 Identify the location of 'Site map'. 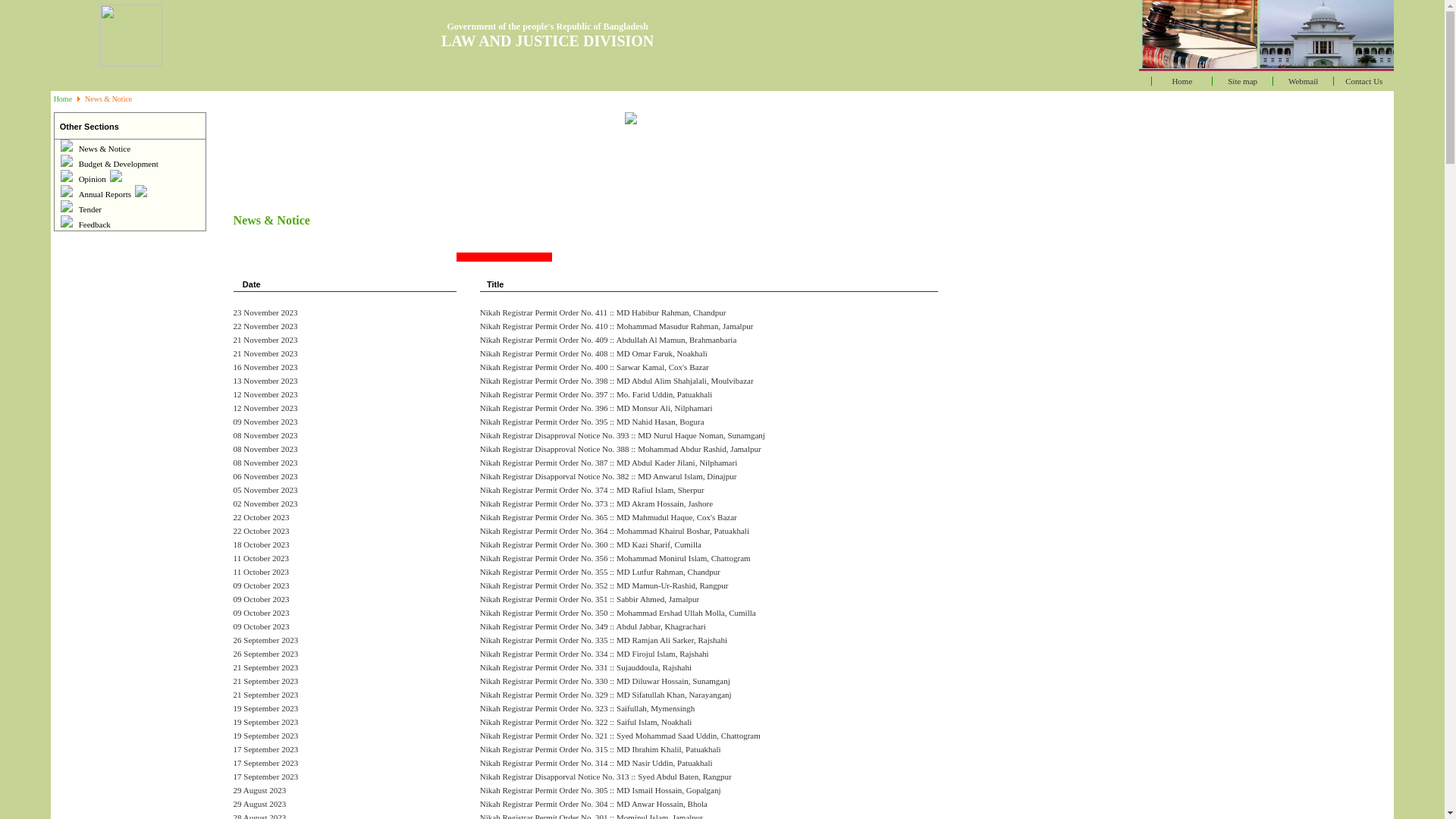
(1242, 81).